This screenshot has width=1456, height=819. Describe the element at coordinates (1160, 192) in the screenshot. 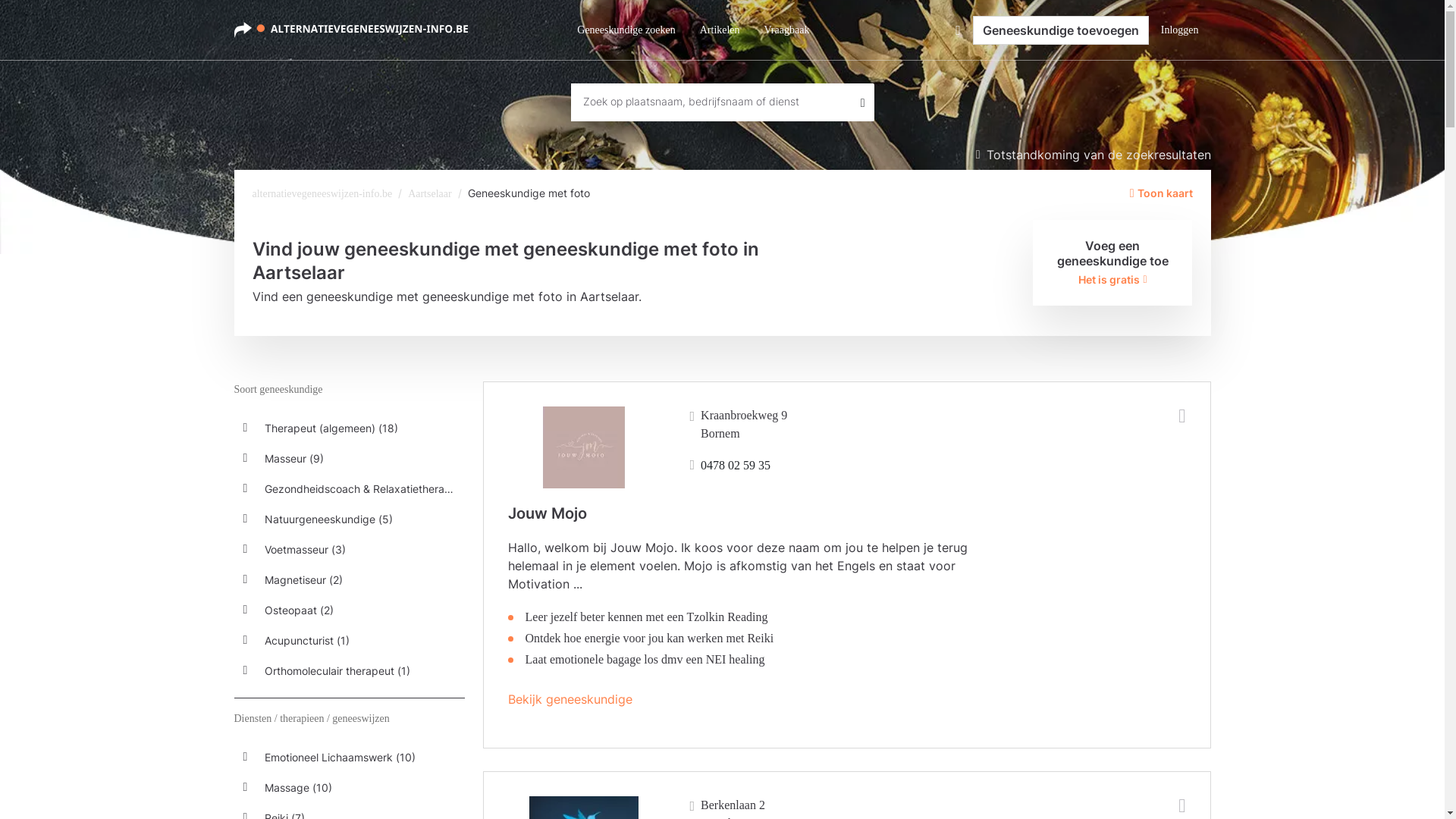

I see `'Toon kaart'` at that location.